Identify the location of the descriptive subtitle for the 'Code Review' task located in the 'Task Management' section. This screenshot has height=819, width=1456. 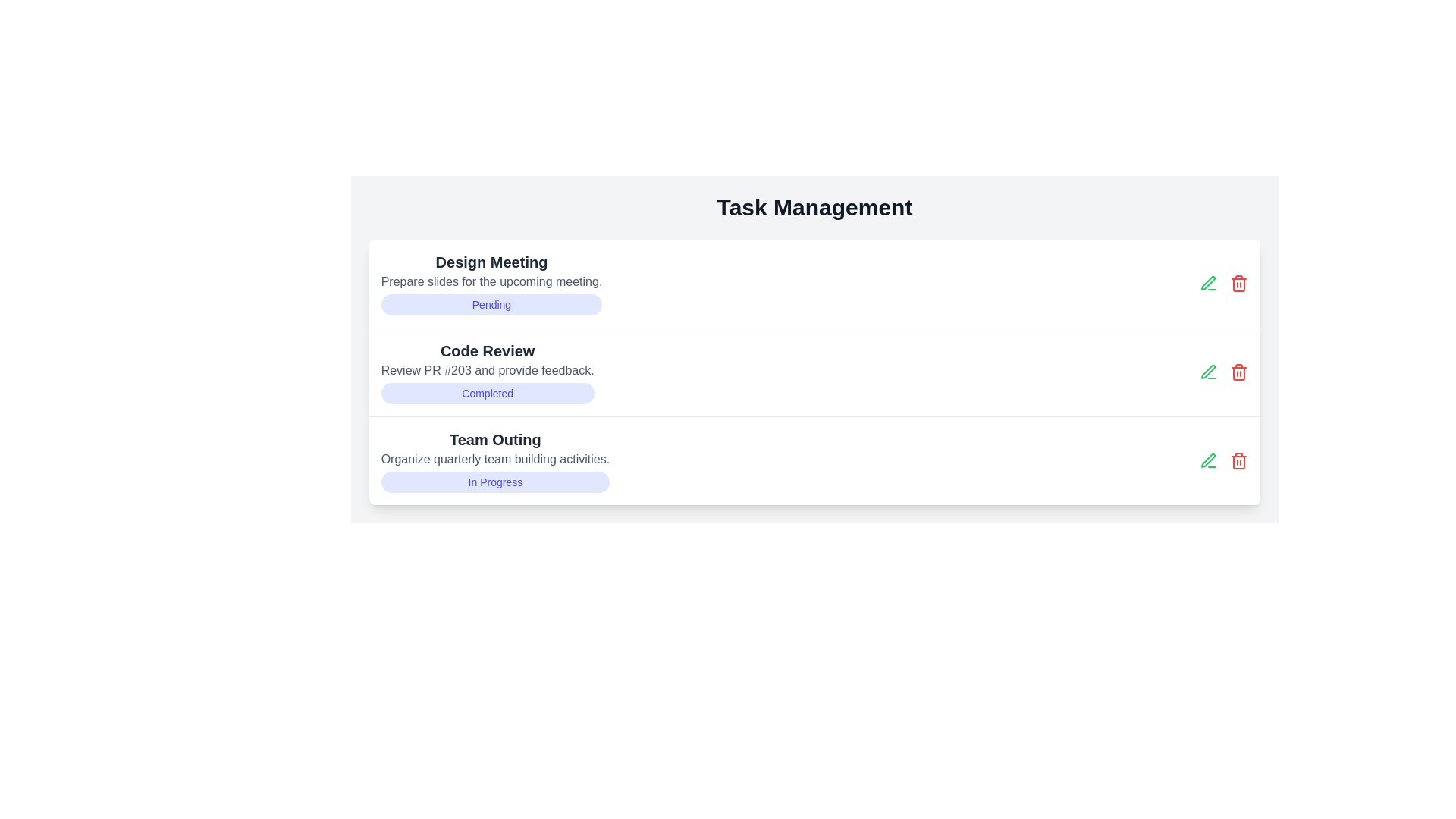
(488, 371).